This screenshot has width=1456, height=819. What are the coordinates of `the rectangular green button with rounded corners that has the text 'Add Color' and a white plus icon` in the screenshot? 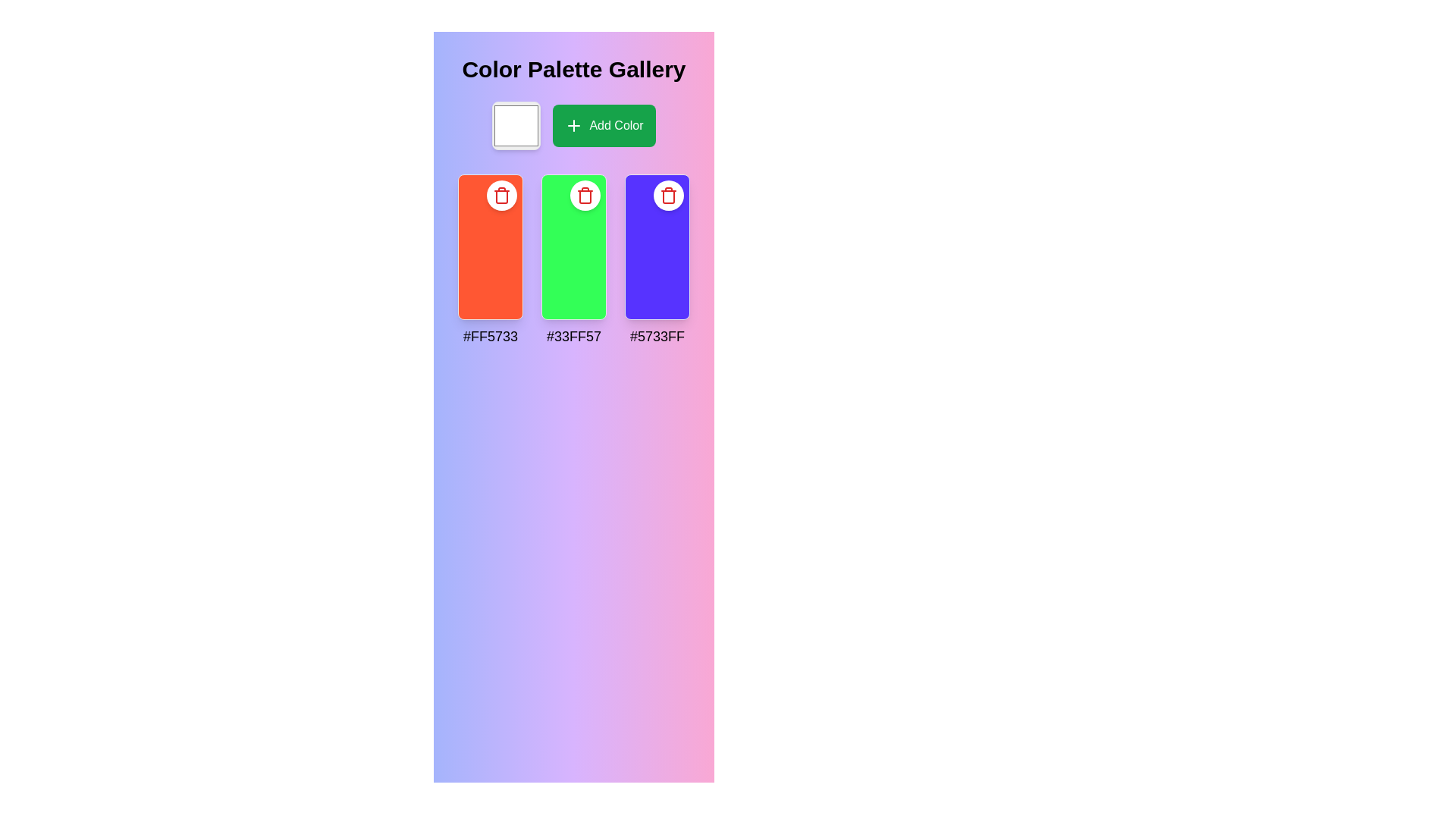 It's located at (603, 124).